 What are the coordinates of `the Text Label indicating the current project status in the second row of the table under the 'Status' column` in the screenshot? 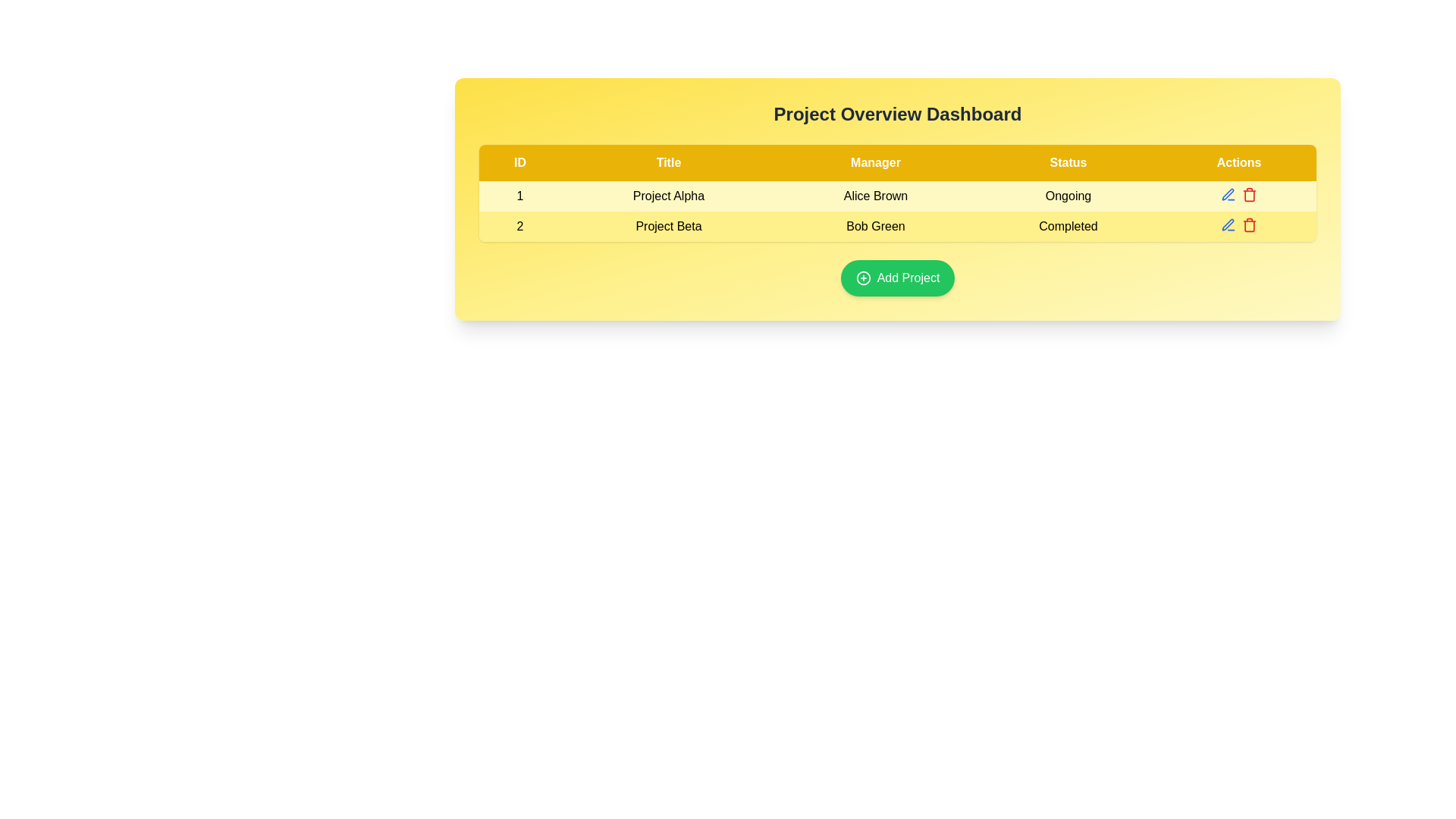 It's located at (1068, 195).